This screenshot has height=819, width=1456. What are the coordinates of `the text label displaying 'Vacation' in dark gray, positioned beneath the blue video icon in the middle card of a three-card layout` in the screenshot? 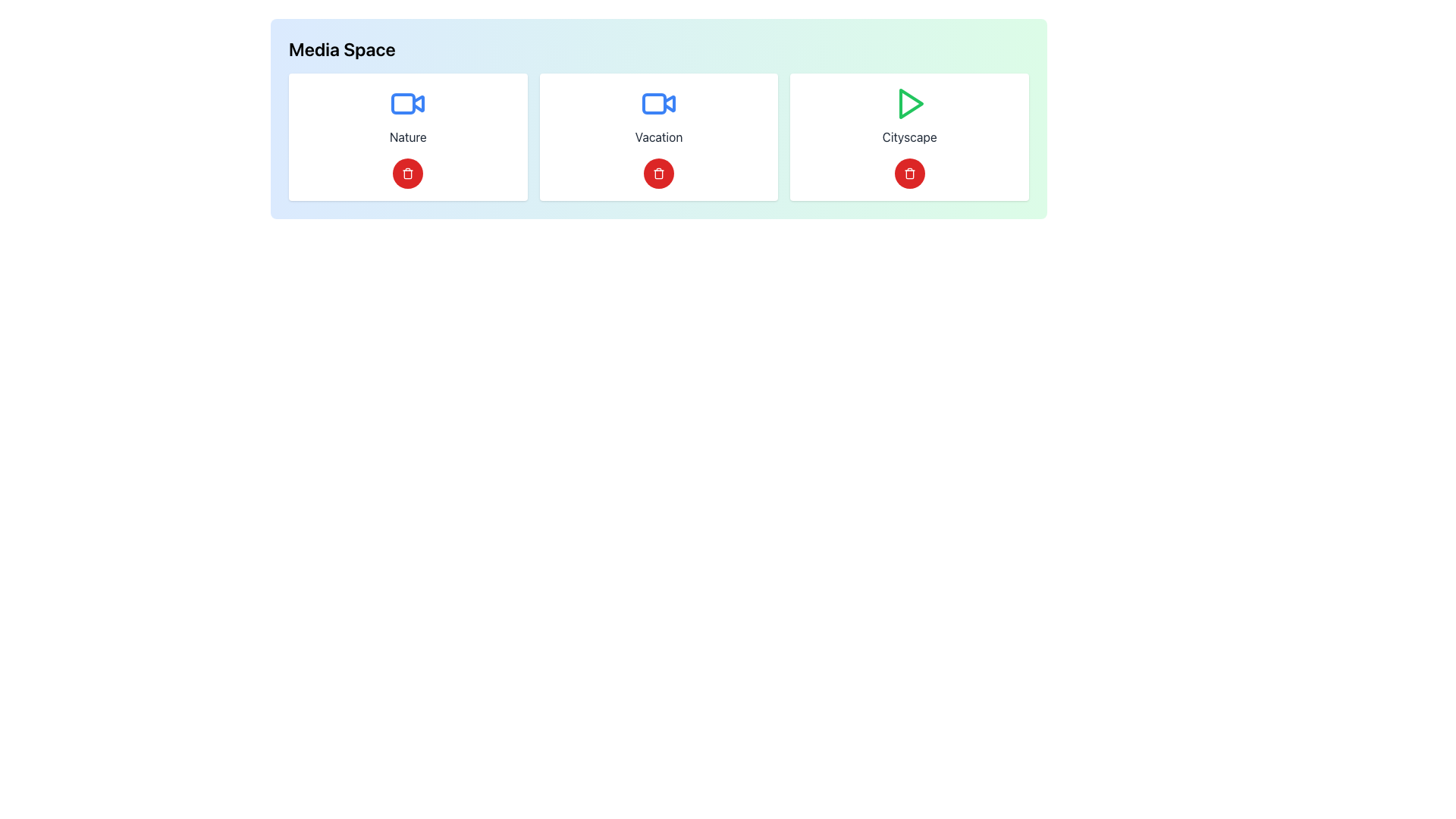 It's located at (658, 137).